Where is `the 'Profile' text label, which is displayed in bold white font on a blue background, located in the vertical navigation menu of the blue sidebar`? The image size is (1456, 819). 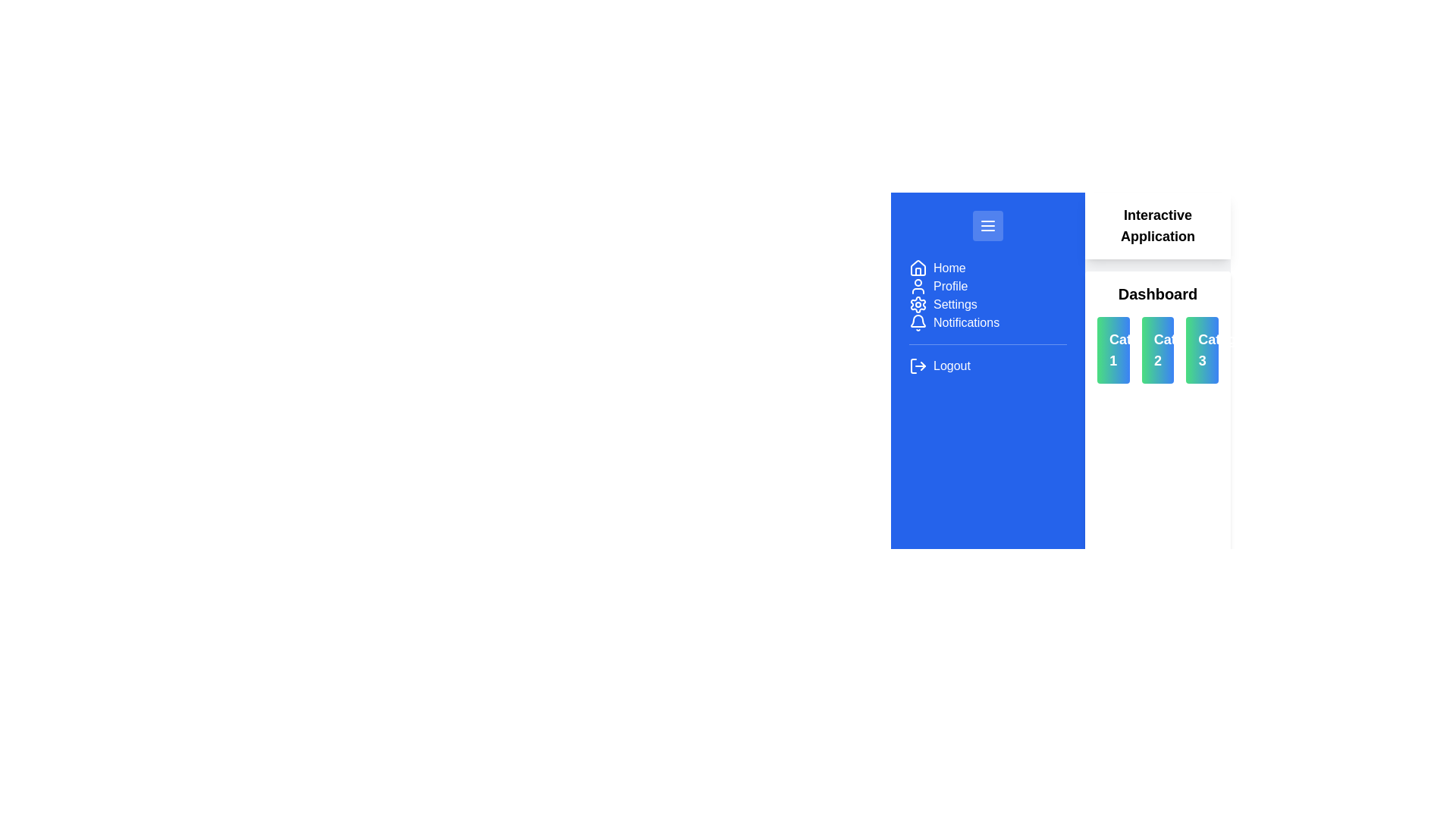 the 'Profile' text label, which is displayed in bold white font on a blue background, located in the vertical navigation menu of the blue sidebar is located at coordinates (949, 287).